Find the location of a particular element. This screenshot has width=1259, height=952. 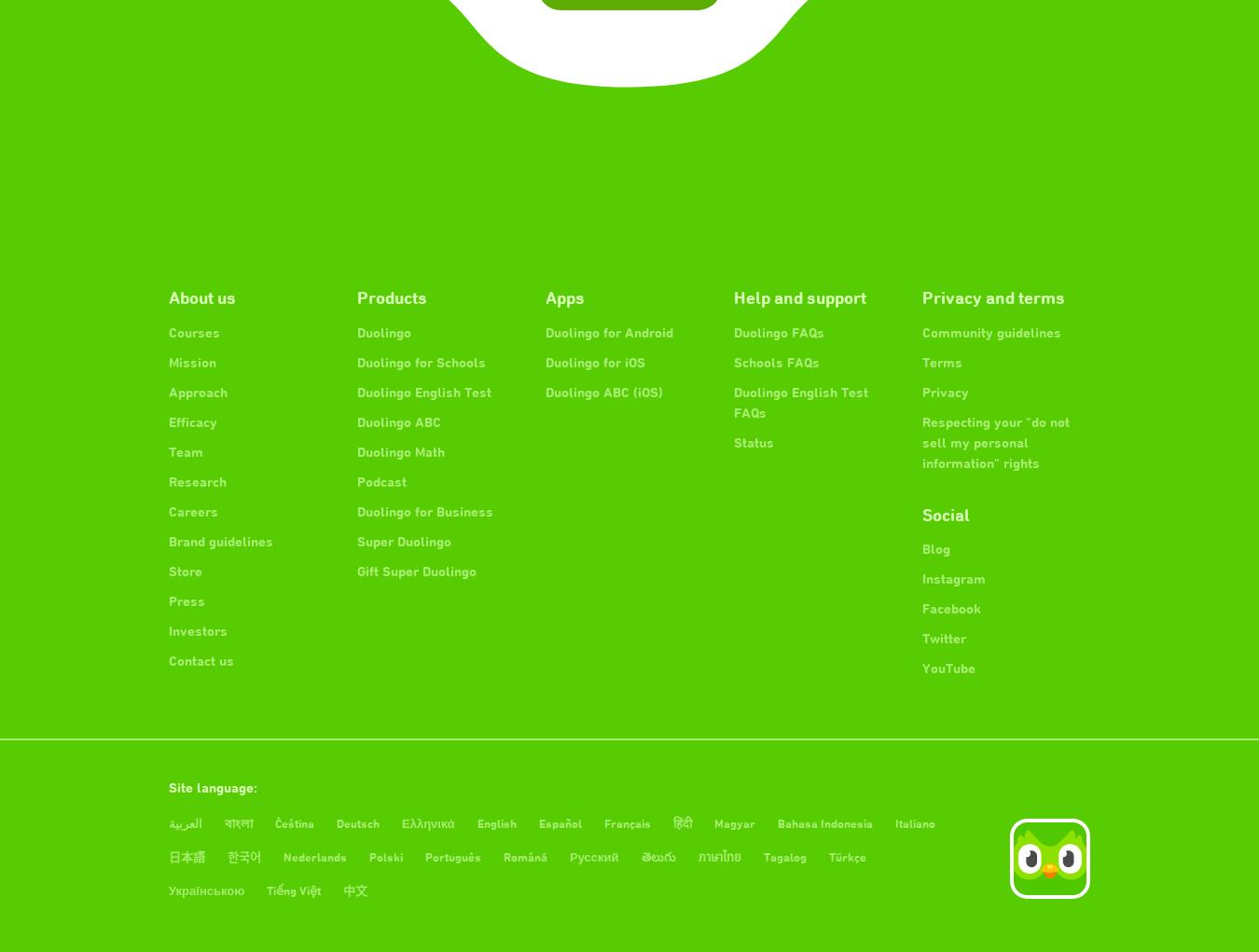

'Duolingo for Android' is located at coordinates (609, 332).